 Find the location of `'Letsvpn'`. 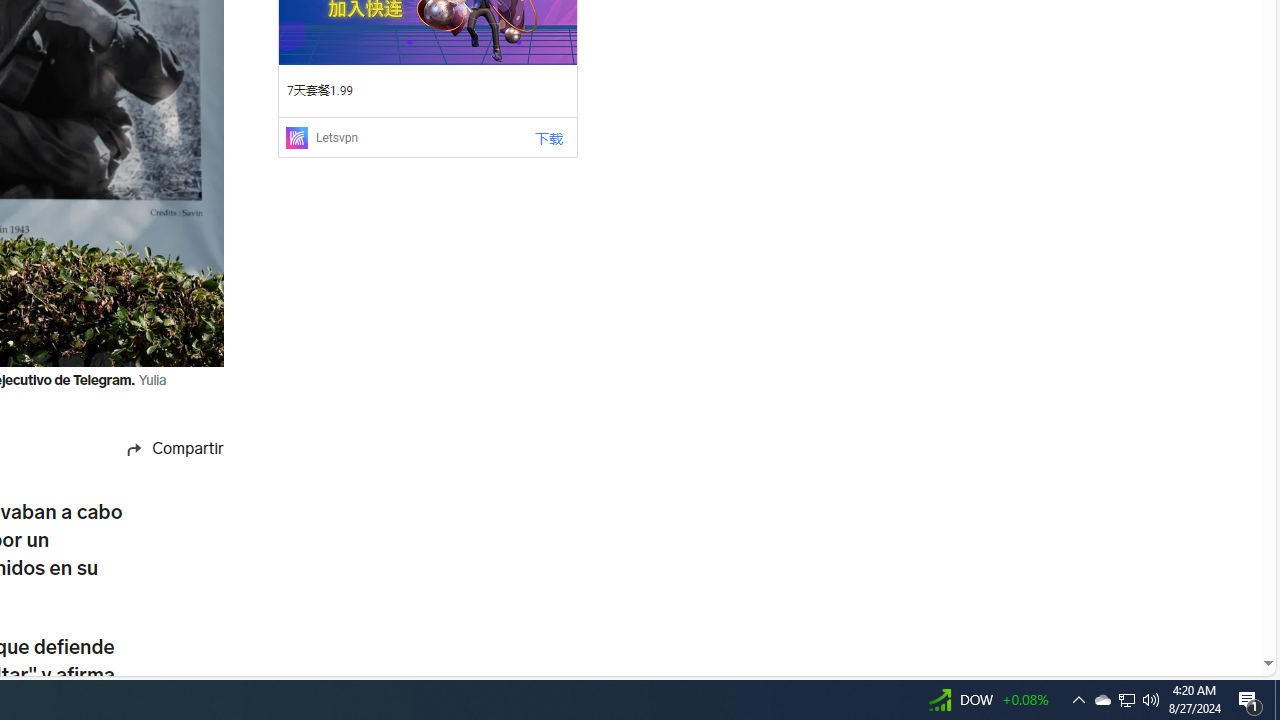

'Letsvpn' is located at coordinates (336, 136).